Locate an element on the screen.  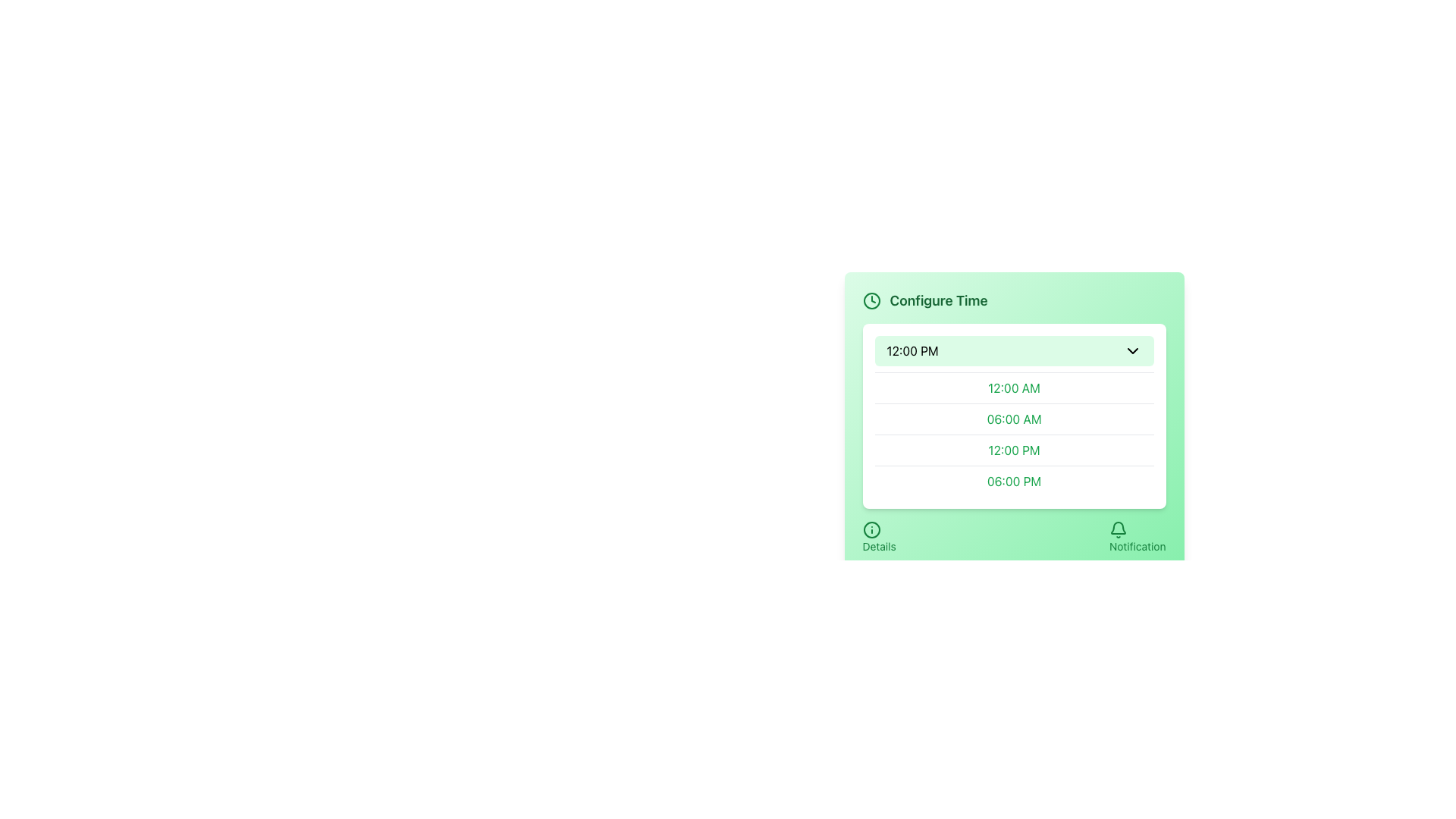
the third item in the dropdown menu of the 'Configure Time' component, which displays '12:00 PM' in green font on a white background is located at coordinates (1014, 435).